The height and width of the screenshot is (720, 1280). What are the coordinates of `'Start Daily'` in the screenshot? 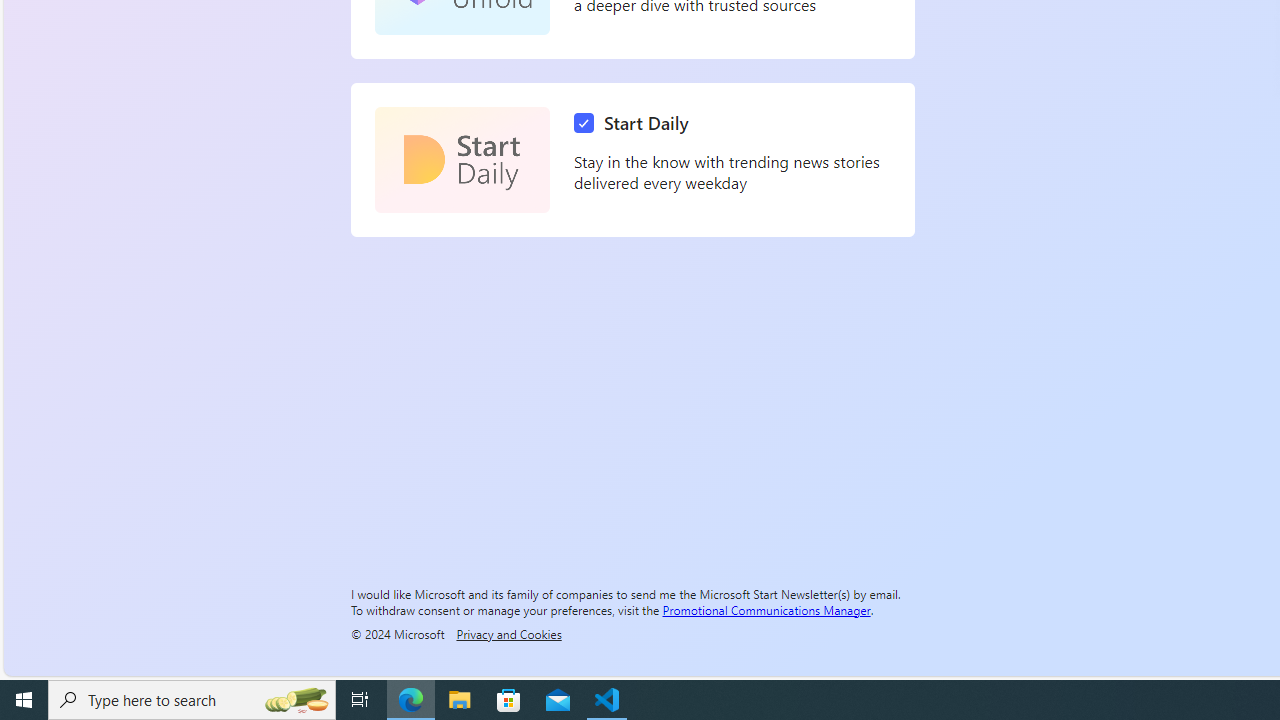 It's located at (461, 159).